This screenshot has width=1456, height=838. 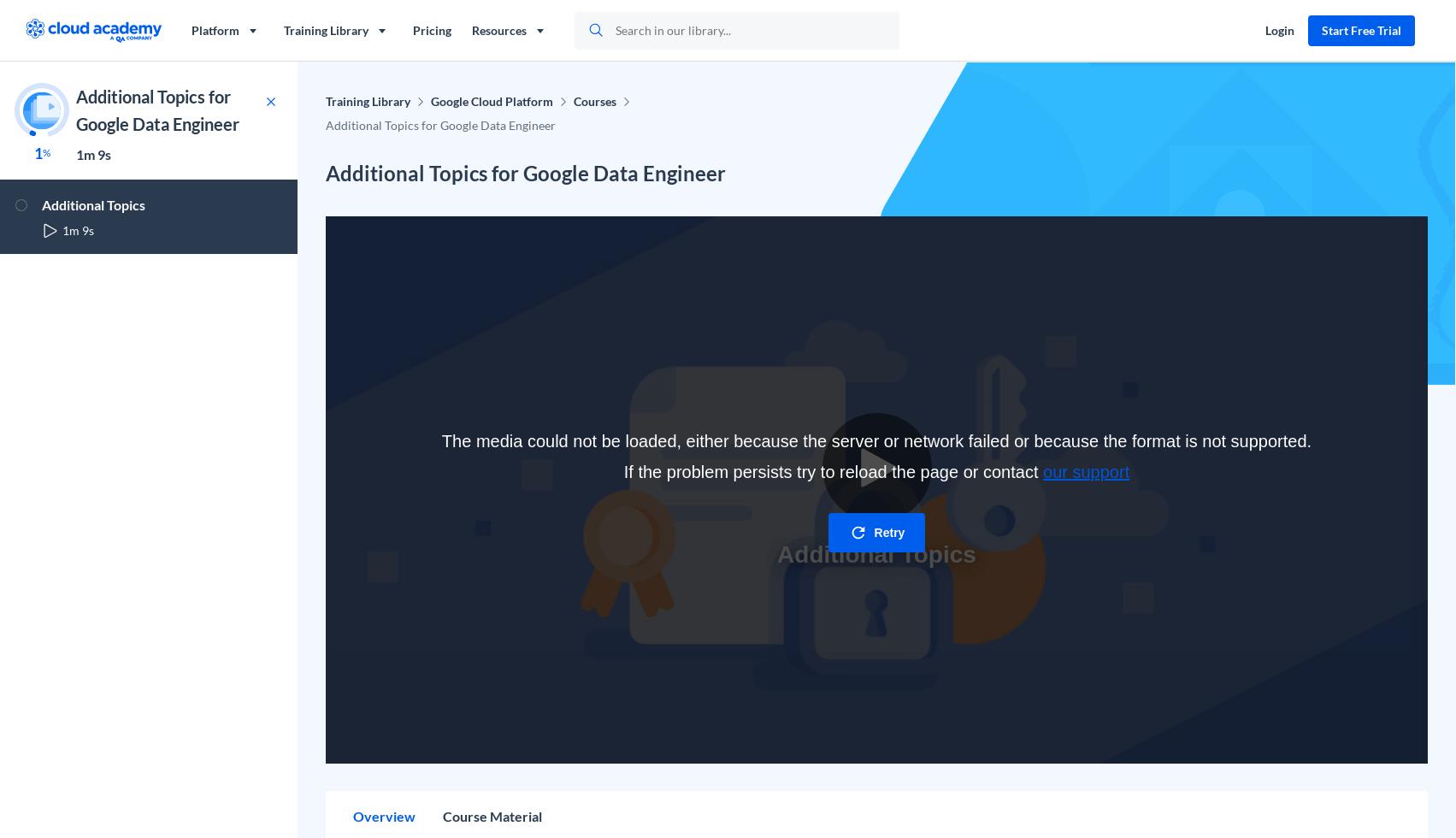 I want to click on 'Overview', so click(x=384, y=816).